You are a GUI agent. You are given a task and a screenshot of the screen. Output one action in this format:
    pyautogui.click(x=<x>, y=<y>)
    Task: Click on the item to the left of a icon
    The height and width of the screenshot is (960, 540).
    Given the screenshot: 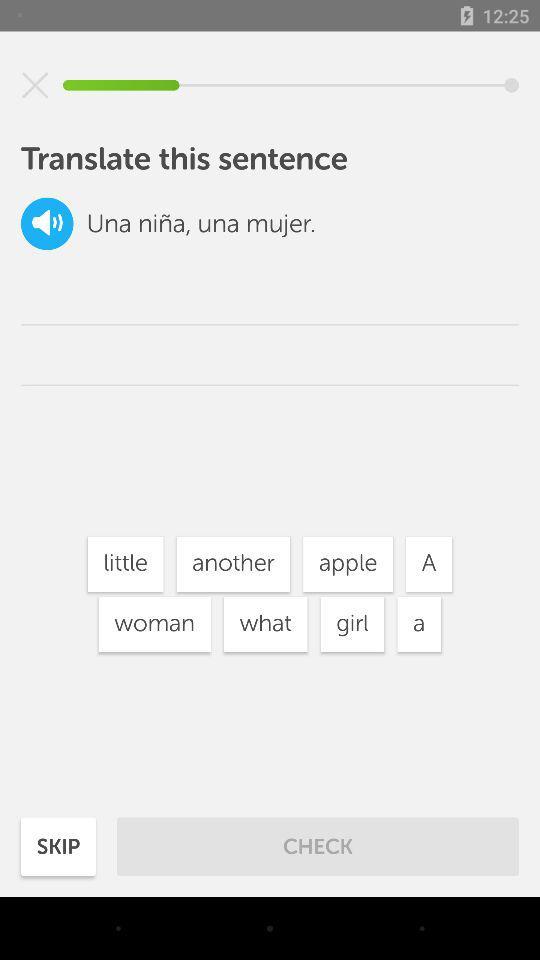 What is the action you would take?
    pyautogui.click(x=347, y=564)
    